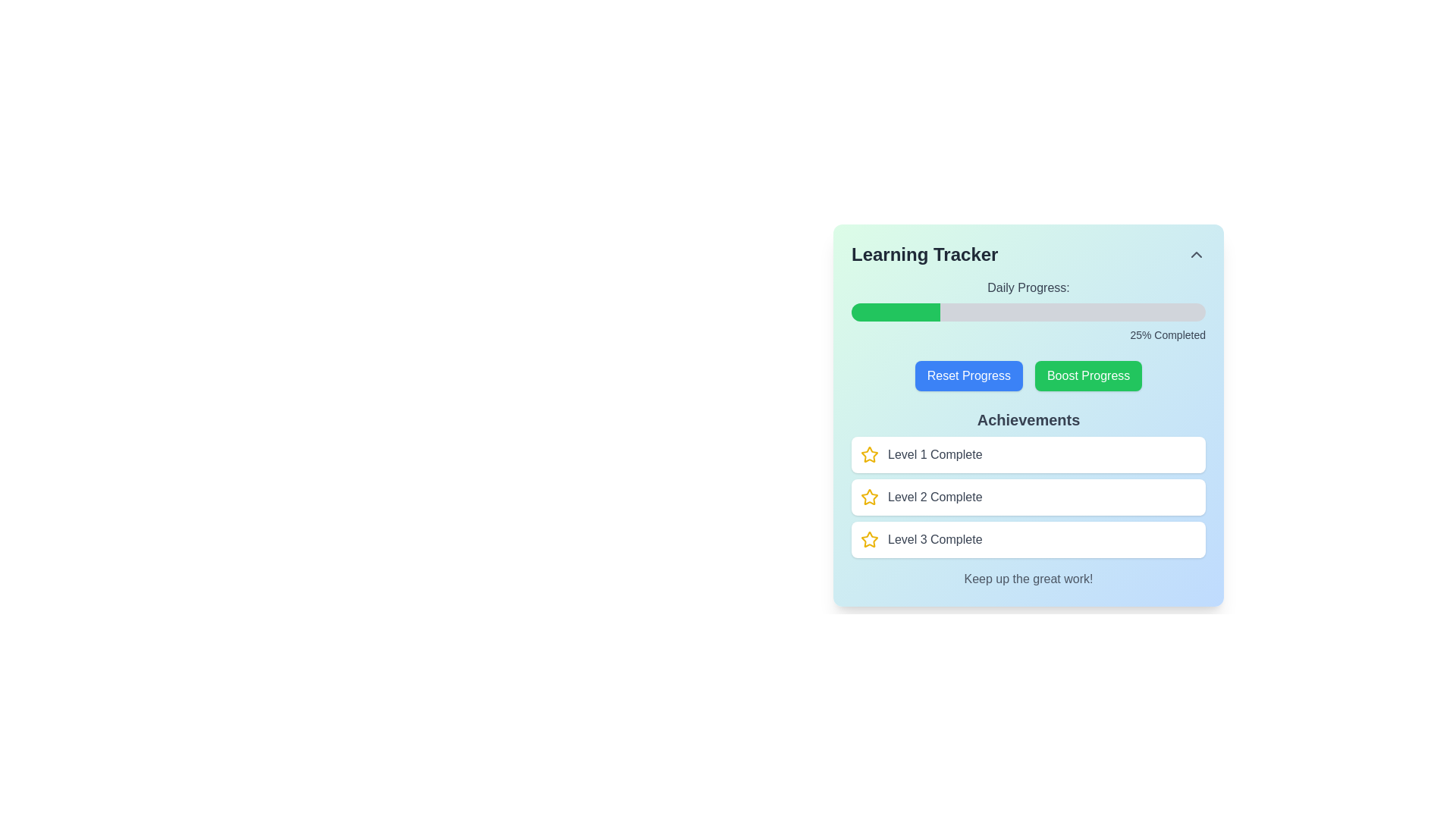  Describe the element at coordinates (1028, 579) in the screenshot. I see `the text element that displays 'Keep up the great work!' located at the bottom of the gradient-background card` at that location.